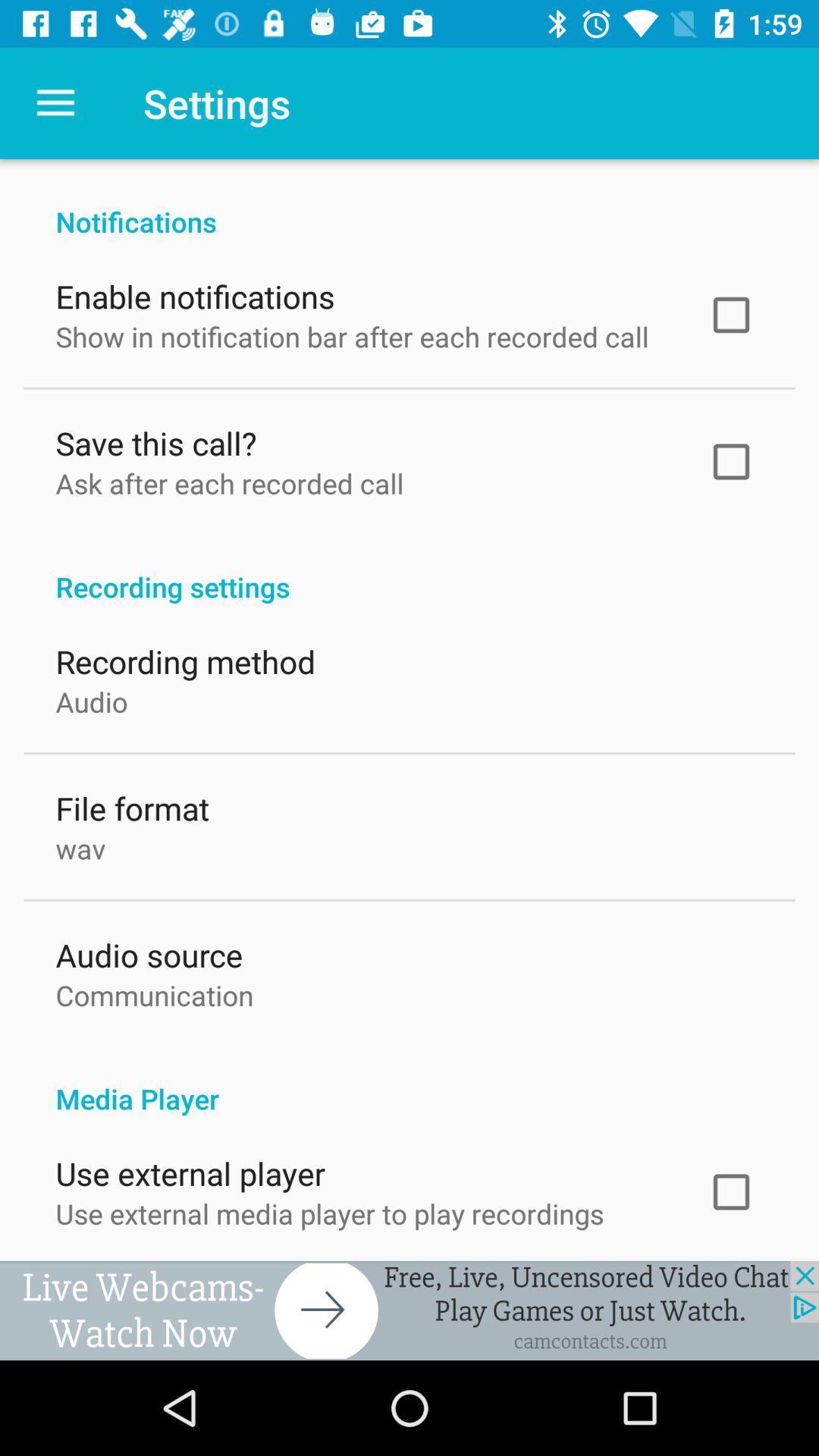  I want to click on item above wav icon, so click(131, 804).